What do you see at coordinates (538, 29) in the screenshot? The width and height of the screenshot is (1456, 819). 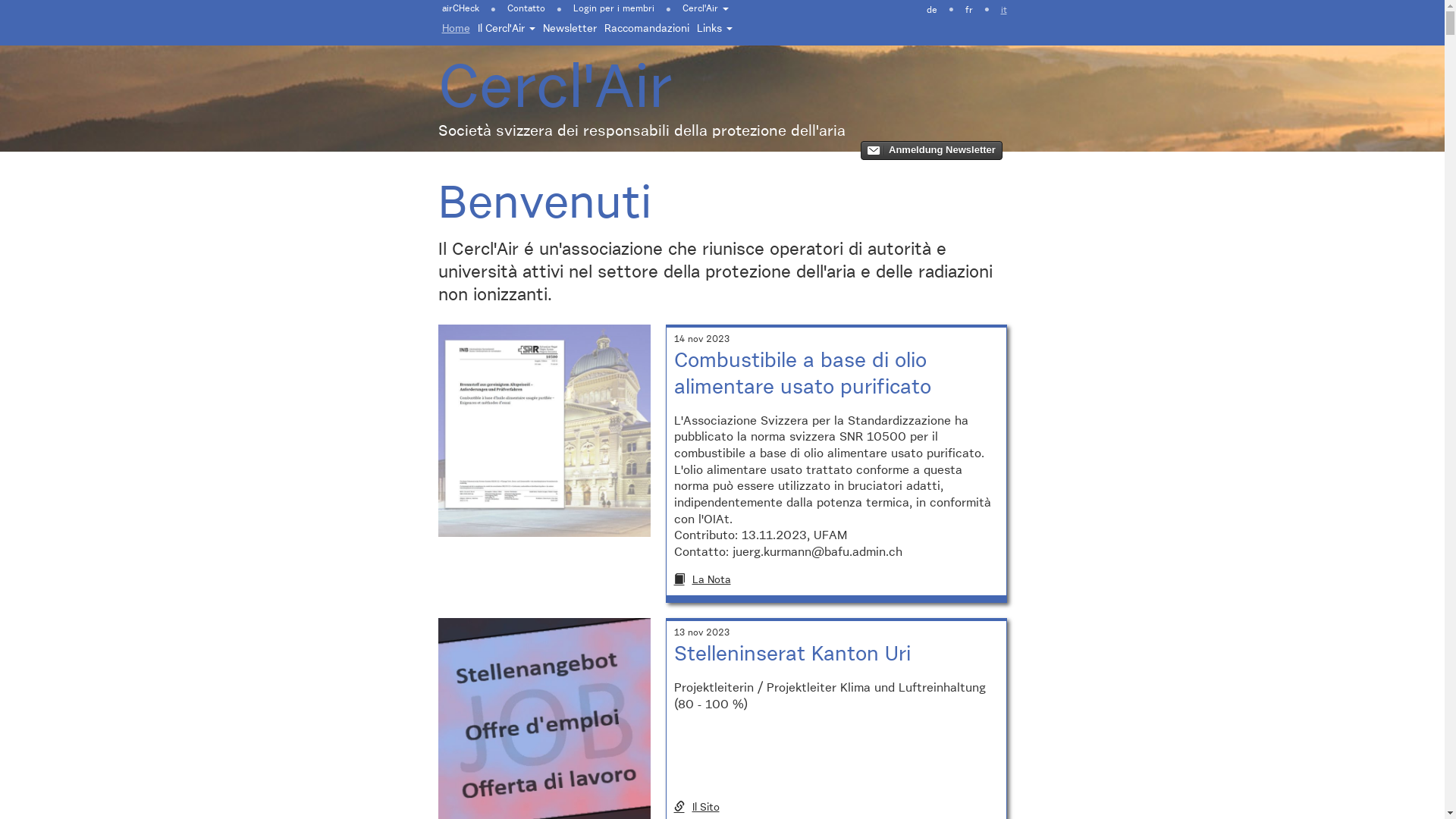 I see `'Newsletter'` at bounding box center [538, 29].